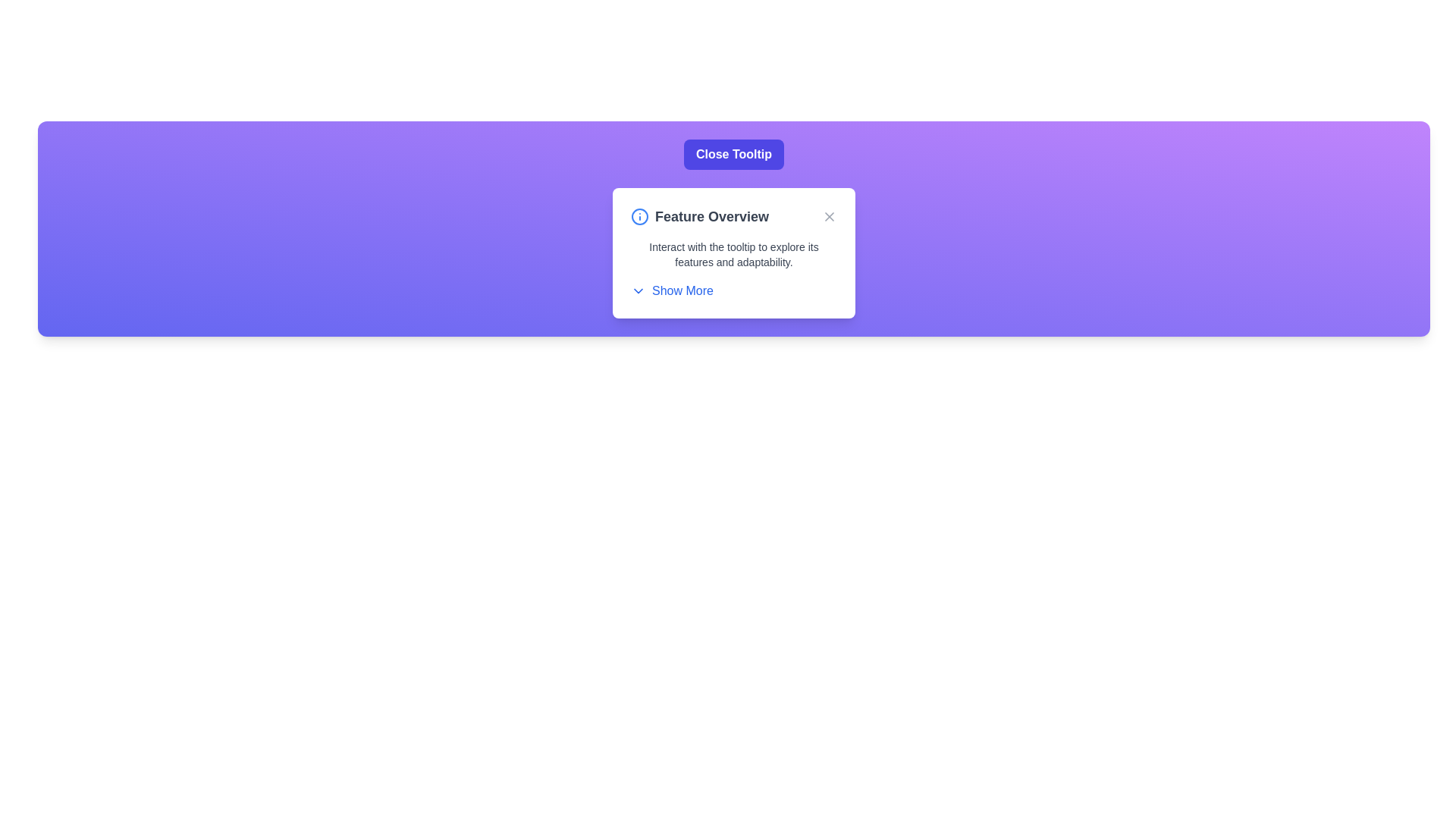 The width and height of the screenshot is (1456, 819). What do you see at coordinates (640, 216) in the screenshot?
I see `the circular SVG component that is part of the icon adjacent to the 'Feature Overview' text in the tooltip card` at bounding box center [640, 216].